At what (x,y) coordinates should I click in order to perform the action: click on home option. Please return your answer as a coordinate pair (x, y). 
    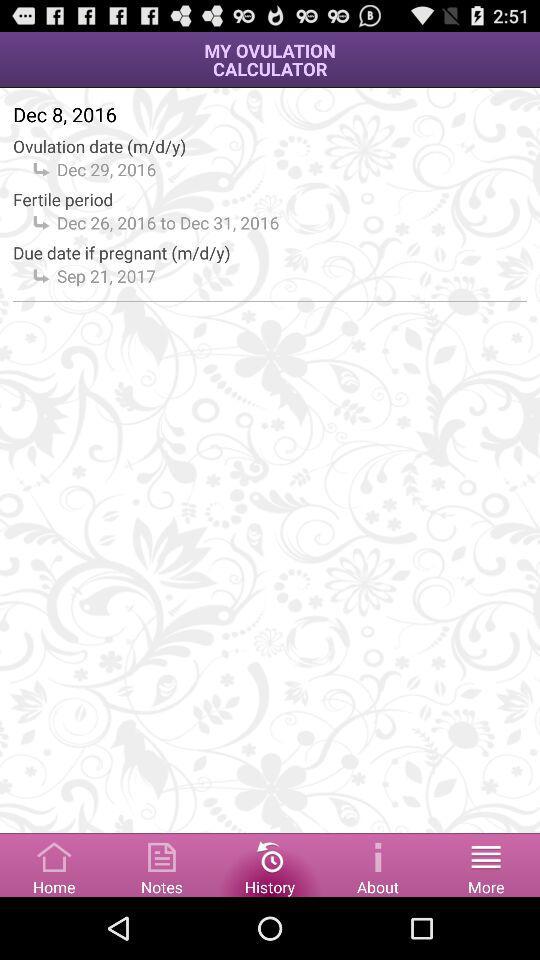
    Looking at the image, I should click on (54, 863).